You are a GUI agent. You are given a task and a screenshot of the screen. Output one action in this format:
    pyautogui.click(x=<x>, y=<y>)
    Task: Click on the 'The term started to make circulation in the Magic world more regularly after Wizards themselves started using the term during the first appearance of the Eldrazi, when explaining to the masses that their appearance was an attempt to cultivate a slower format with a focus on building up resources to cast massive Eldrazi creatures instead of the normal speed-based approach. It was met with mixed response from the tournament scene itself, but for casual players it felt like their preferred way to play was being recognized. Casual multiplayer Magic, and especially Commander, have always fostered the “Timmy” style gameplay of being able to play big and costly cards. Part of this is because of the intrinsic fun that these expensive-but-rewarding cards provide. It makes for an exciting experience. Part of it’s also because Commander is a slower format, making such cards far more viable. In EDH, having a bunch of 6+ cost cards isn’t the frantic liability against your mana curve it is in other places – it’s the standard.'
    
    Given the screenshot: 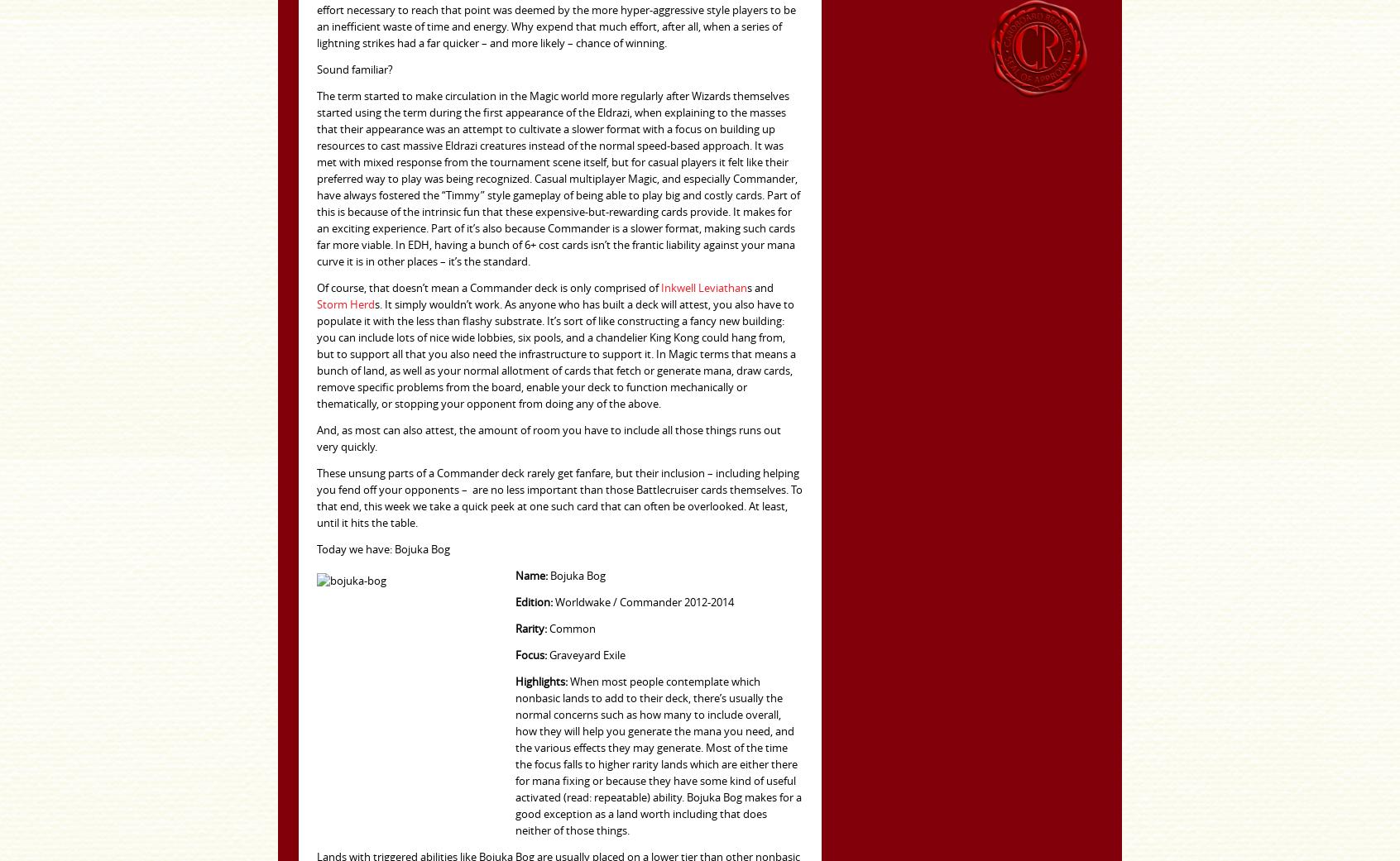 What is the action you would take?
    pyautogui.click(x=558, y=178)
    